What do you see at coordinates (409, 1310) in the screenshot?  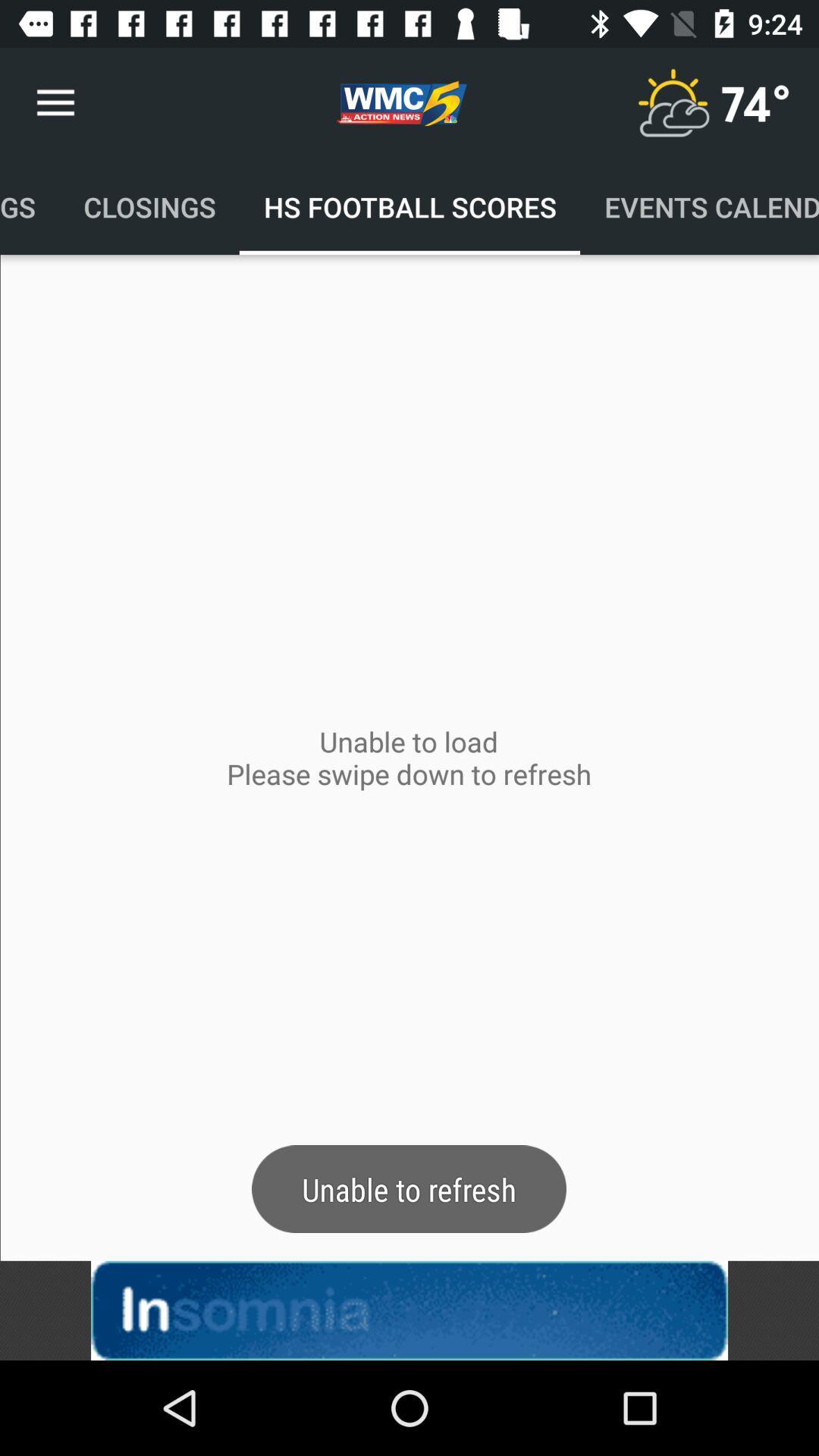 I see `linked button` at bounding box center [409, 1310].